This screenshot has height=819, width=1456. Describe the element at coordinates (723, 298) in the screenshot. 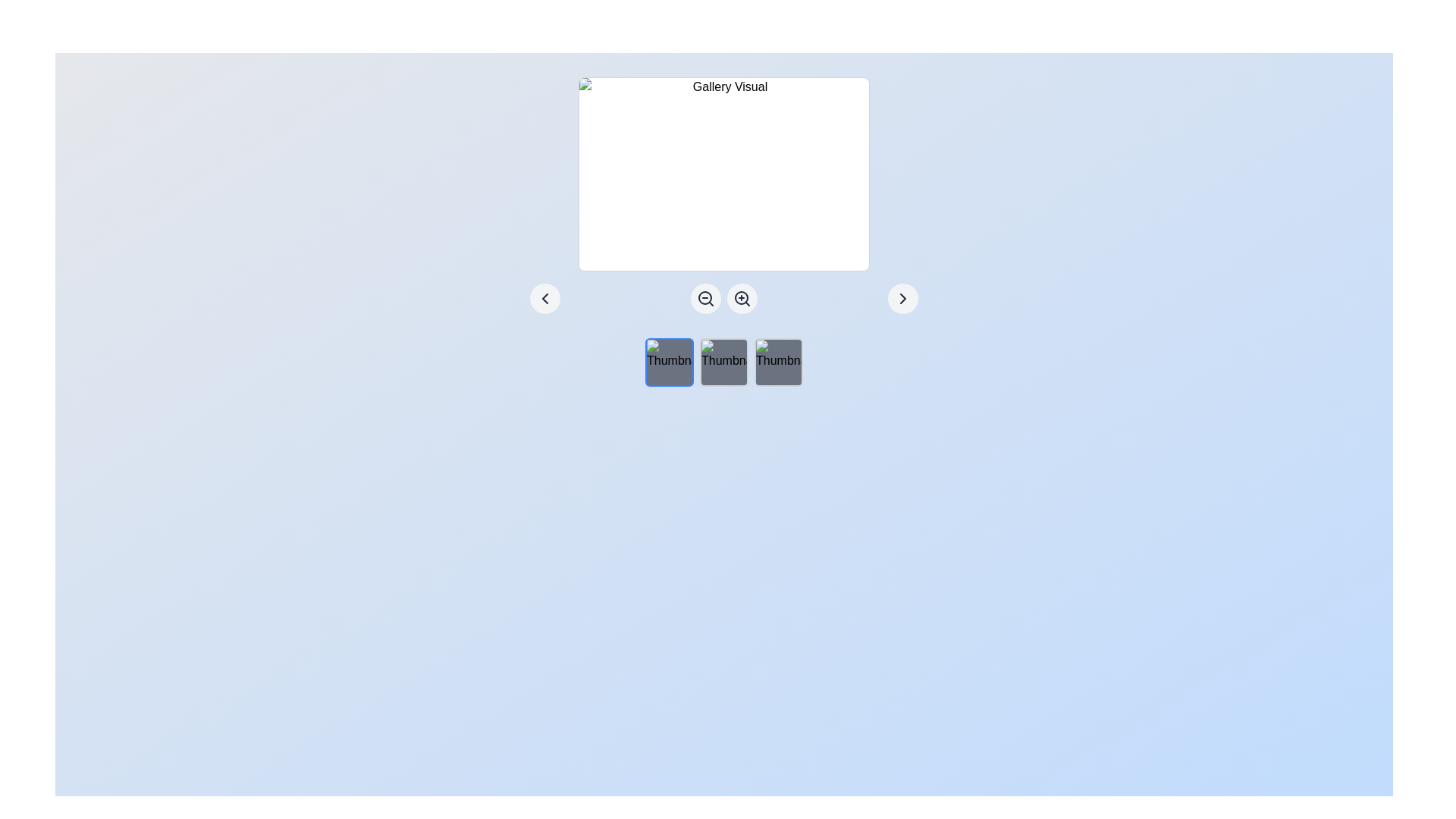

I see `the zoom in button, which is a circular button with a magnifying glass and a plus symbol, located at the center bottom of the interface beneath the 'Gallery Visual.'` at that location.